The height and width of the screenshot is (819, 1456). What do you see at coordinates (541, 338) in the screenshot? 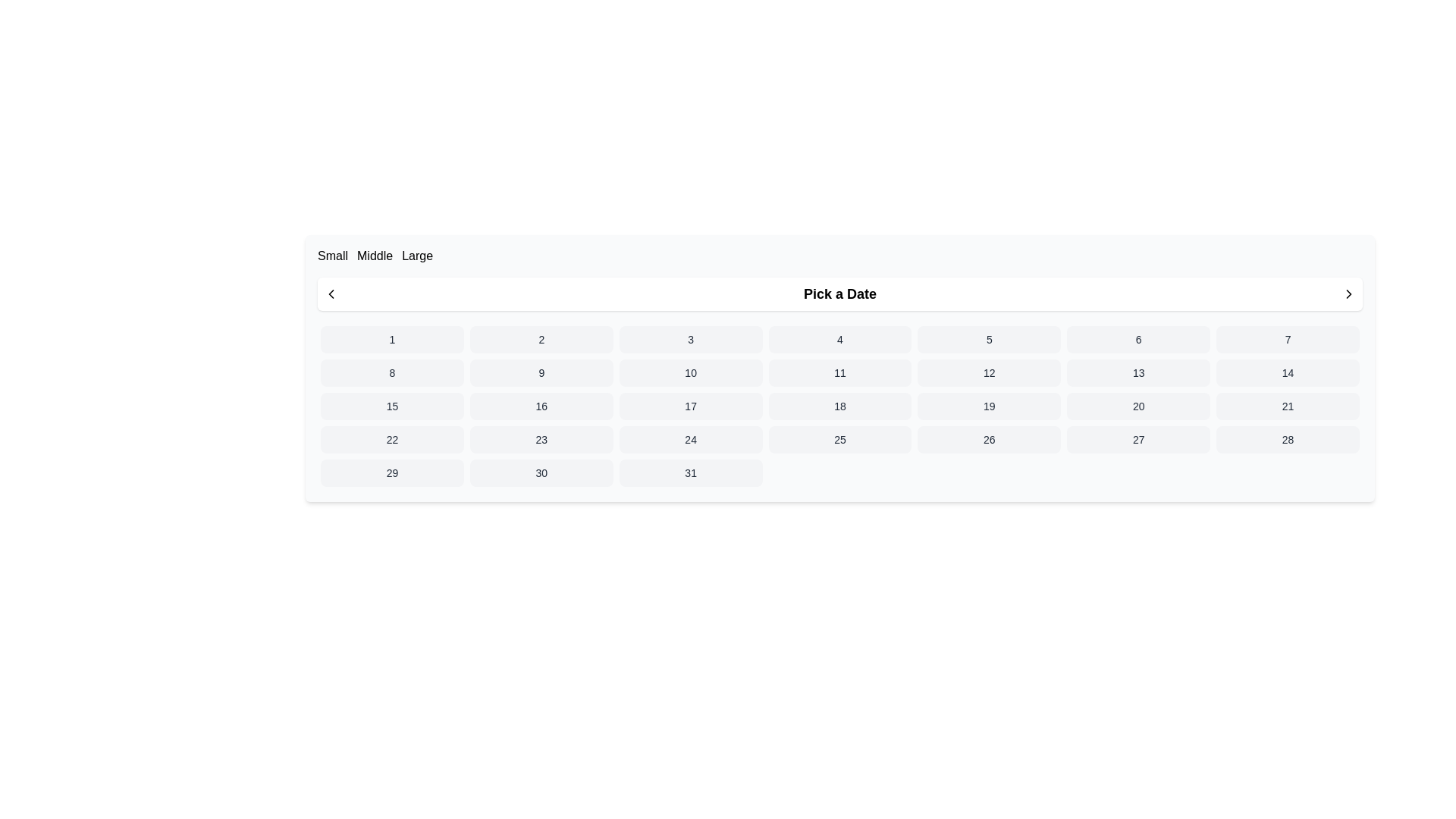
I see `the button representing the number '2' in the calendar-like interface to activate the selection for the value '2'` at bounding box center [541, 338].